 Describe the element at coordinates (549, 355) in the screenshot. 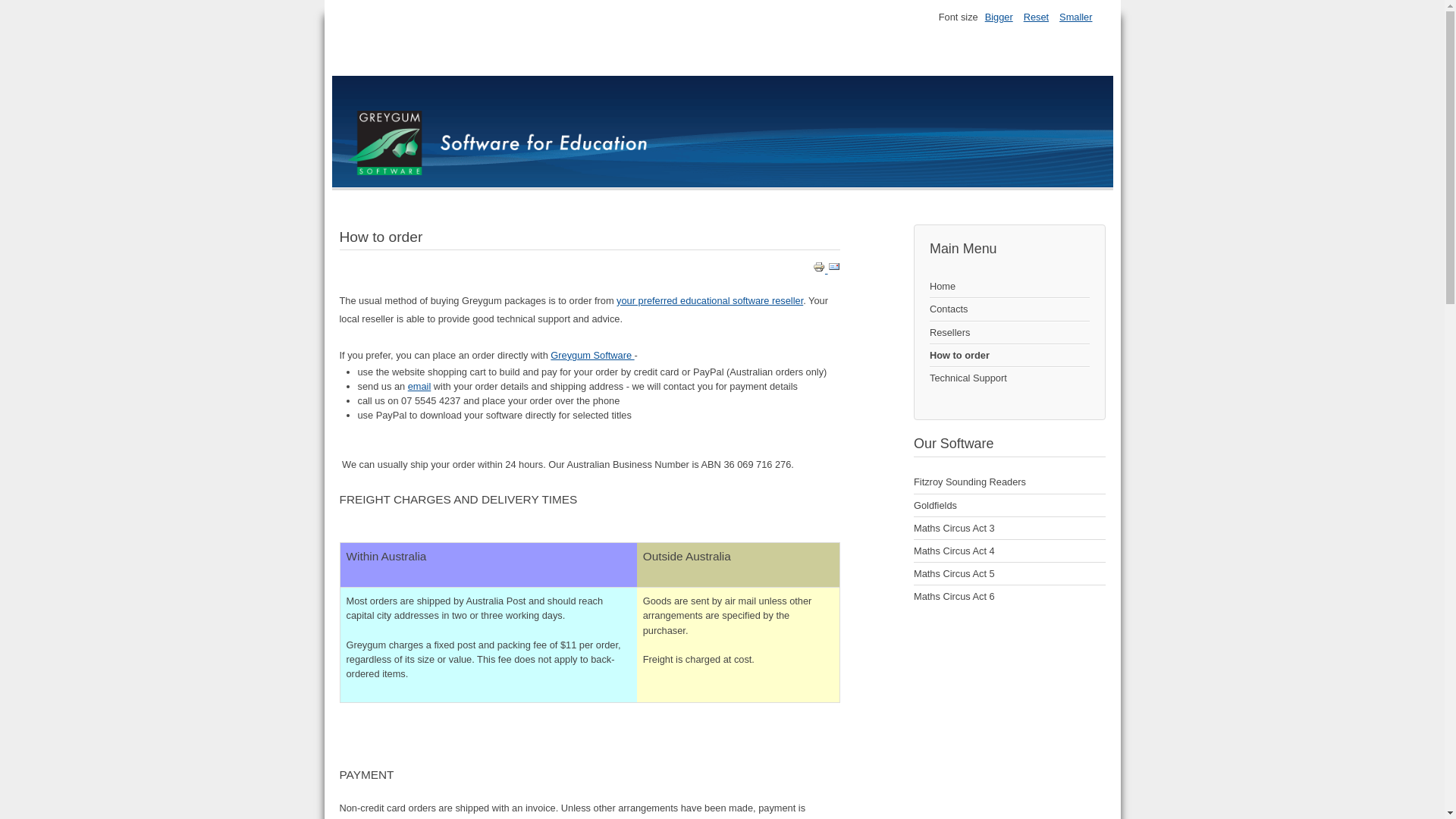

I see `'Greygum Software '` at that location.